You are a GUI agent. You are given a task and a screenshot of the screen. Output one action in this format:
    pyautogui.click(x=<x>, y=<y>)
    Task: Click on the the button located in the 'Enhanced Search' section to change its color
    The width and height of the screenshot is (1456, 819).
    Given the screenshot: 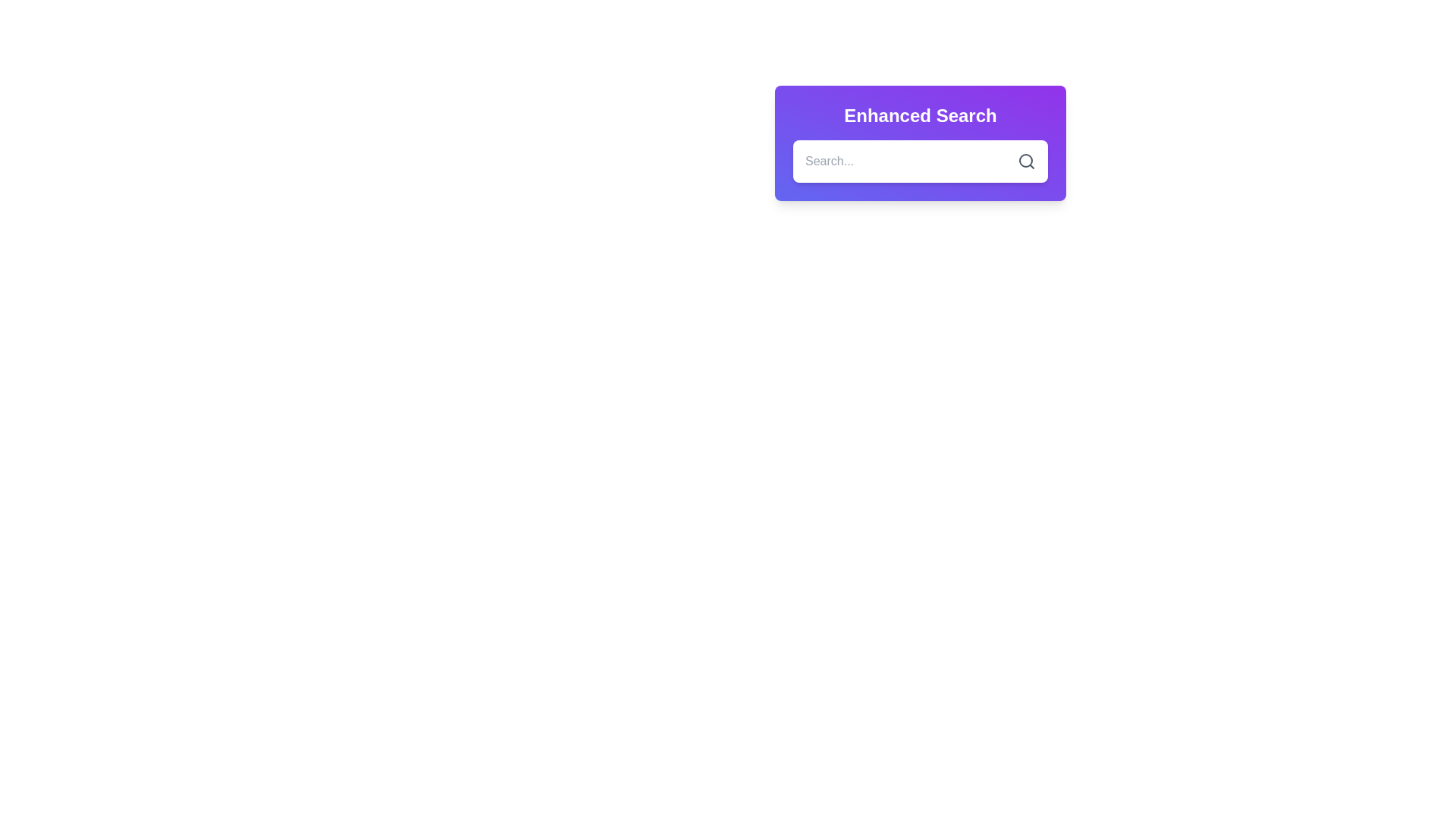 What is the action you would take?
    pyautogui.click(x=1026, y=161)
    